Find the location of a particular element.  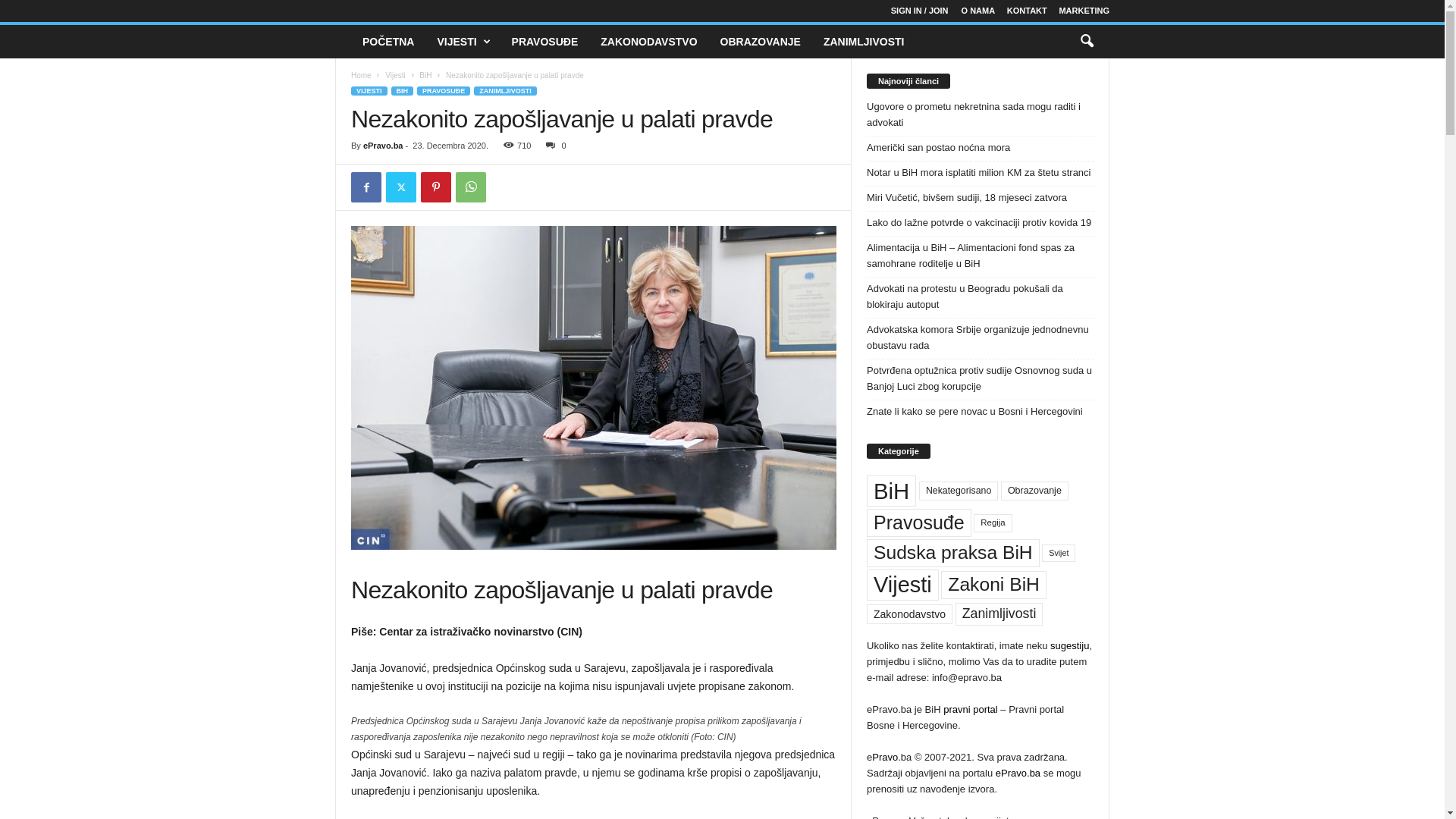

'O NAMA' is located at coordinates (978, 11).